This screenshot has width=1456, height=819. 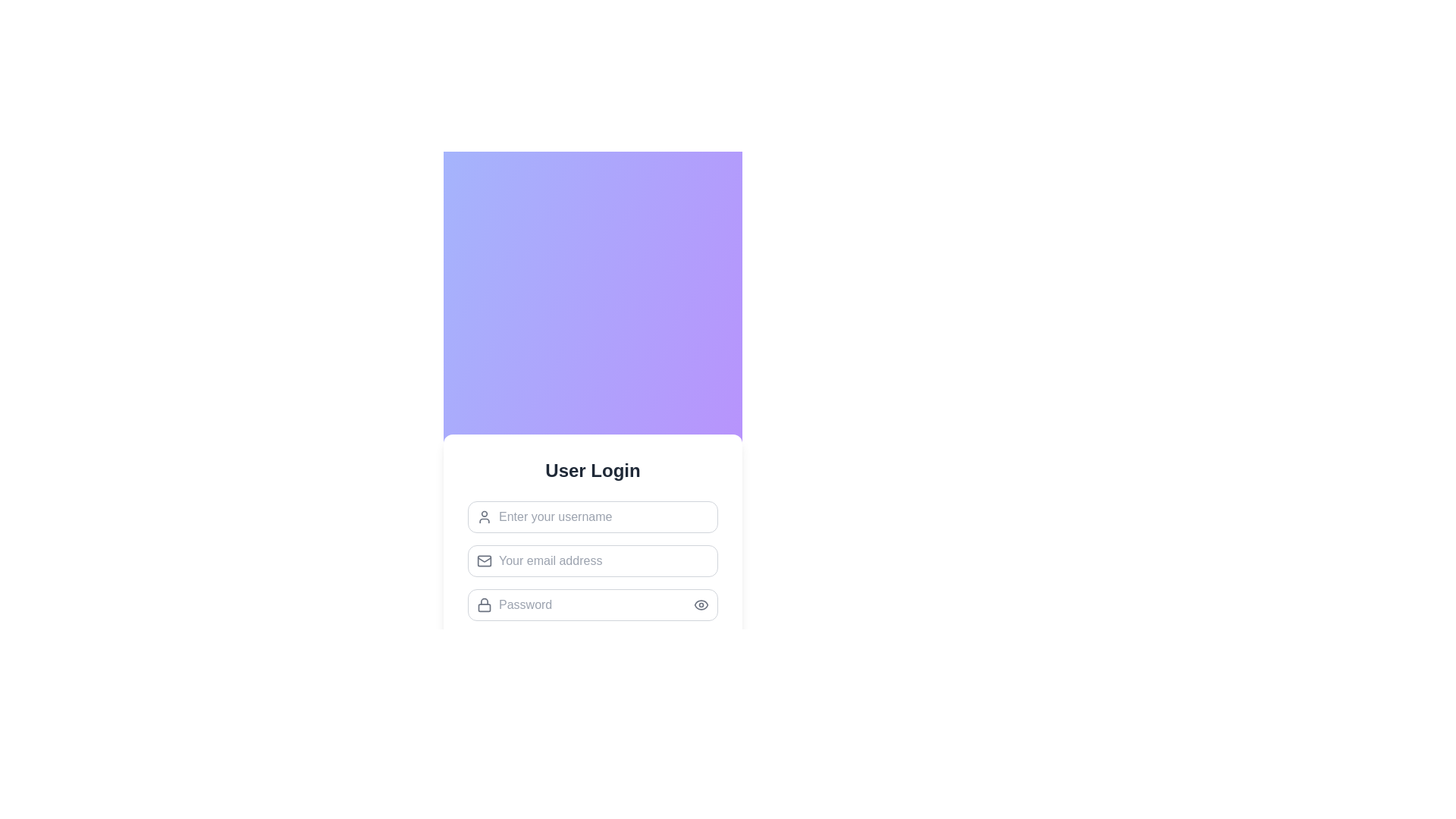 I want to click on the envelope icon that indicates the email input field, which is located to the left of the 'Your email address' text box, so click(x=483, y=559).